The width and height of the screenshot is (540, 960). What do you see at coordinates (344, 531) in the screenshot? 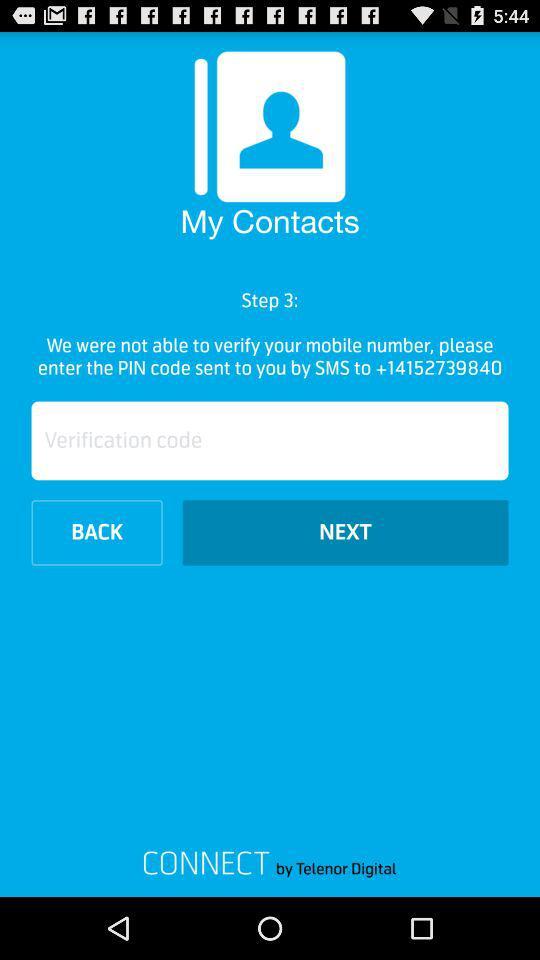
I see `item to the right of the back` at bounding box center [344, 531].